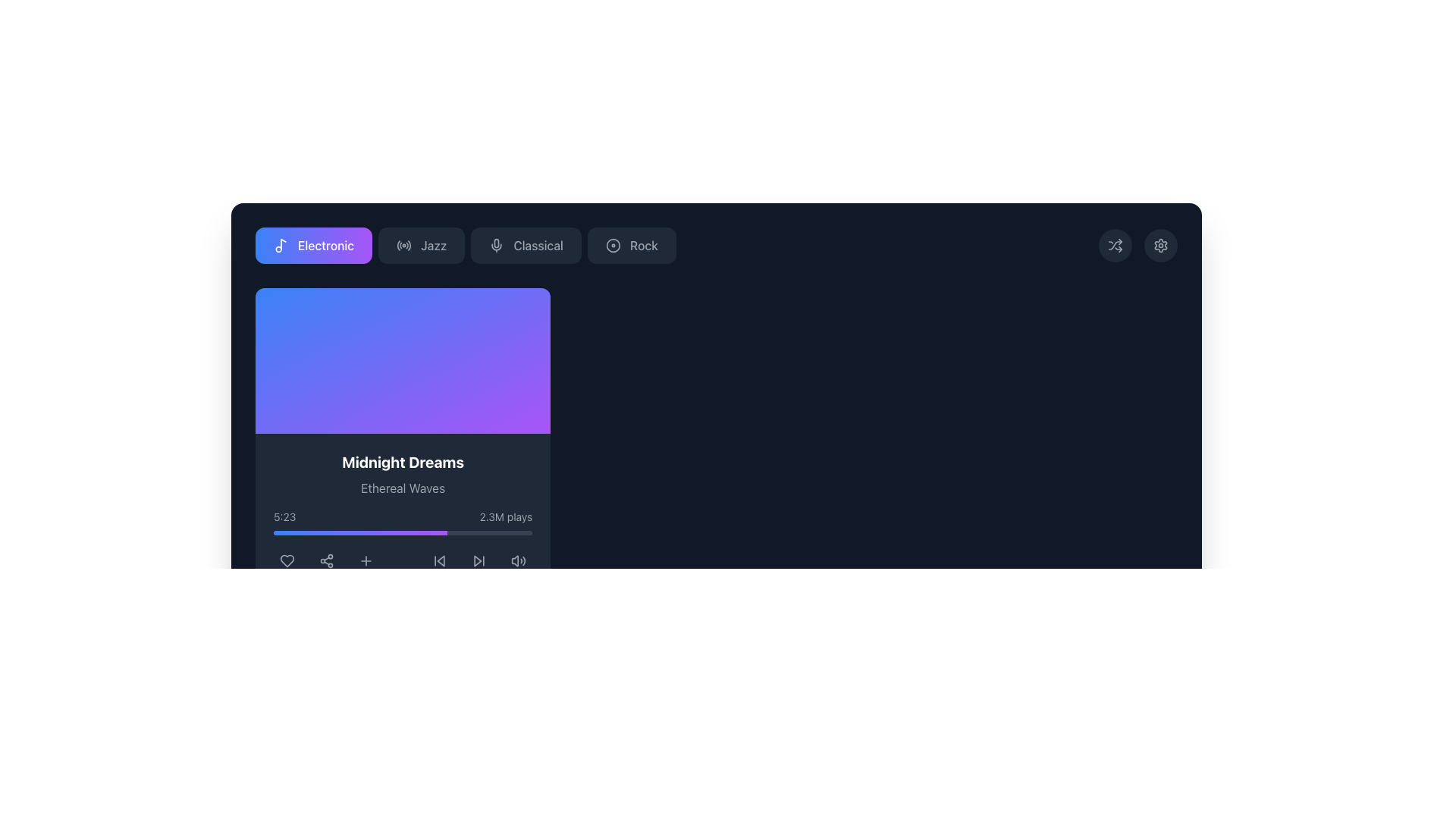 This screenshot has width=1456, height=819. Describe the element at coordinates (281, 245) in the screenshot. I see `the music note icon located to the left of the text 'Electronic' in the button` at that location.